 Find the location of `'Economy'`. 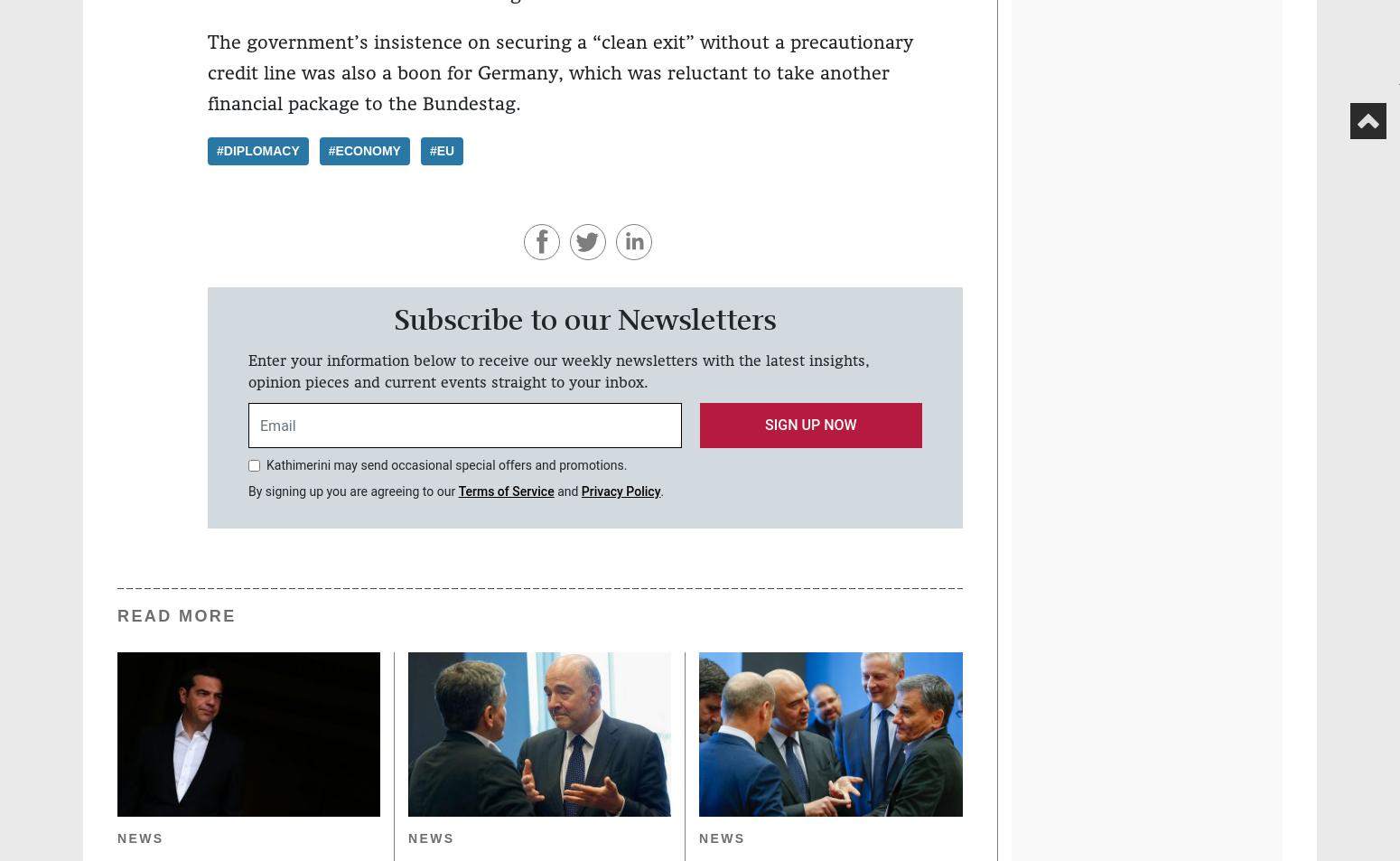

'Economy' is located at coordinates (368, 149).